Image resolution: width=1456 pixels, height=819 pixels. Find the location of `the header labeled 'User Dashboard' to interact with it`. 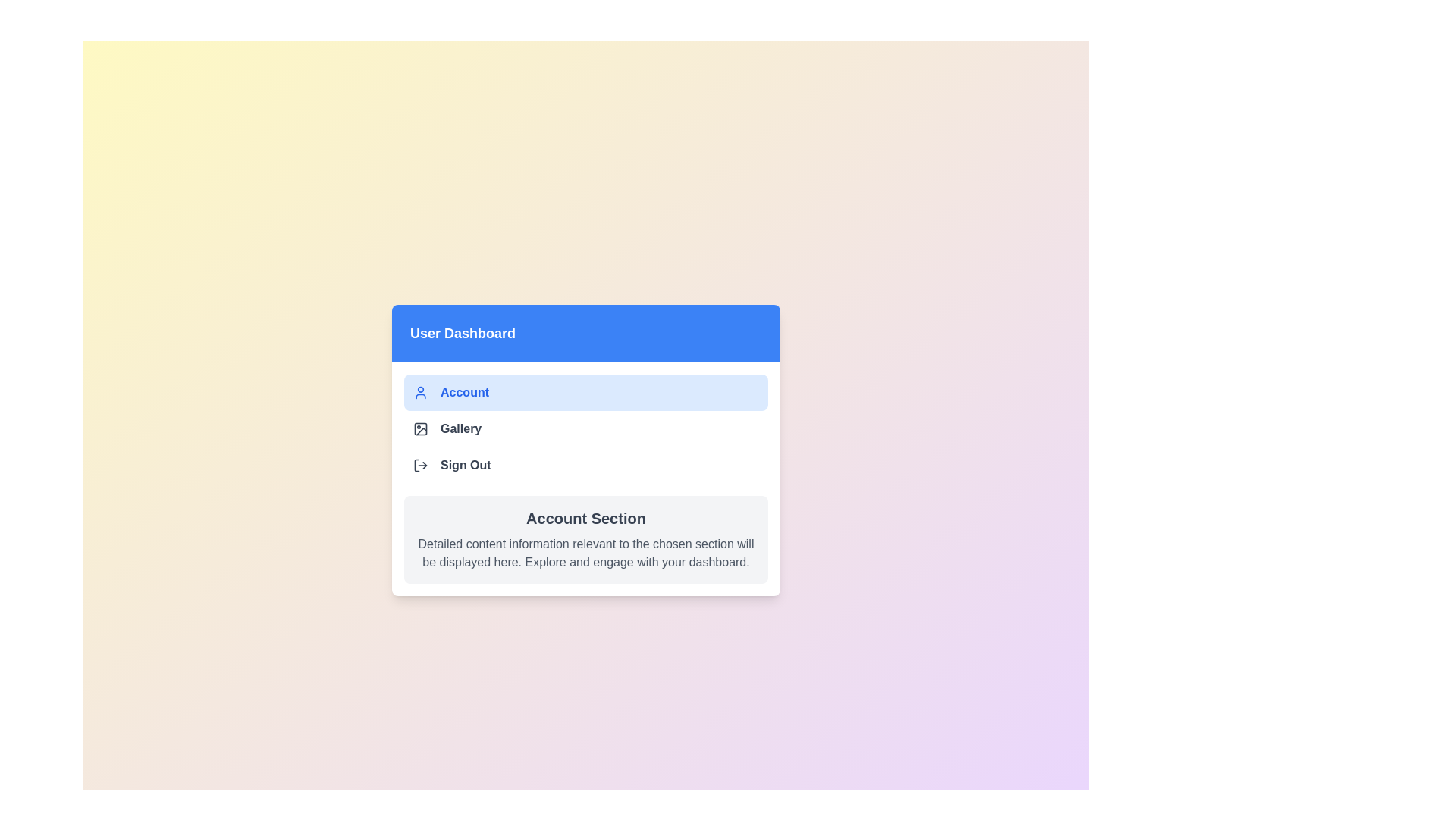

the header labeled 'User Dashboard' to interact with it is located at coordinates (585, 332).